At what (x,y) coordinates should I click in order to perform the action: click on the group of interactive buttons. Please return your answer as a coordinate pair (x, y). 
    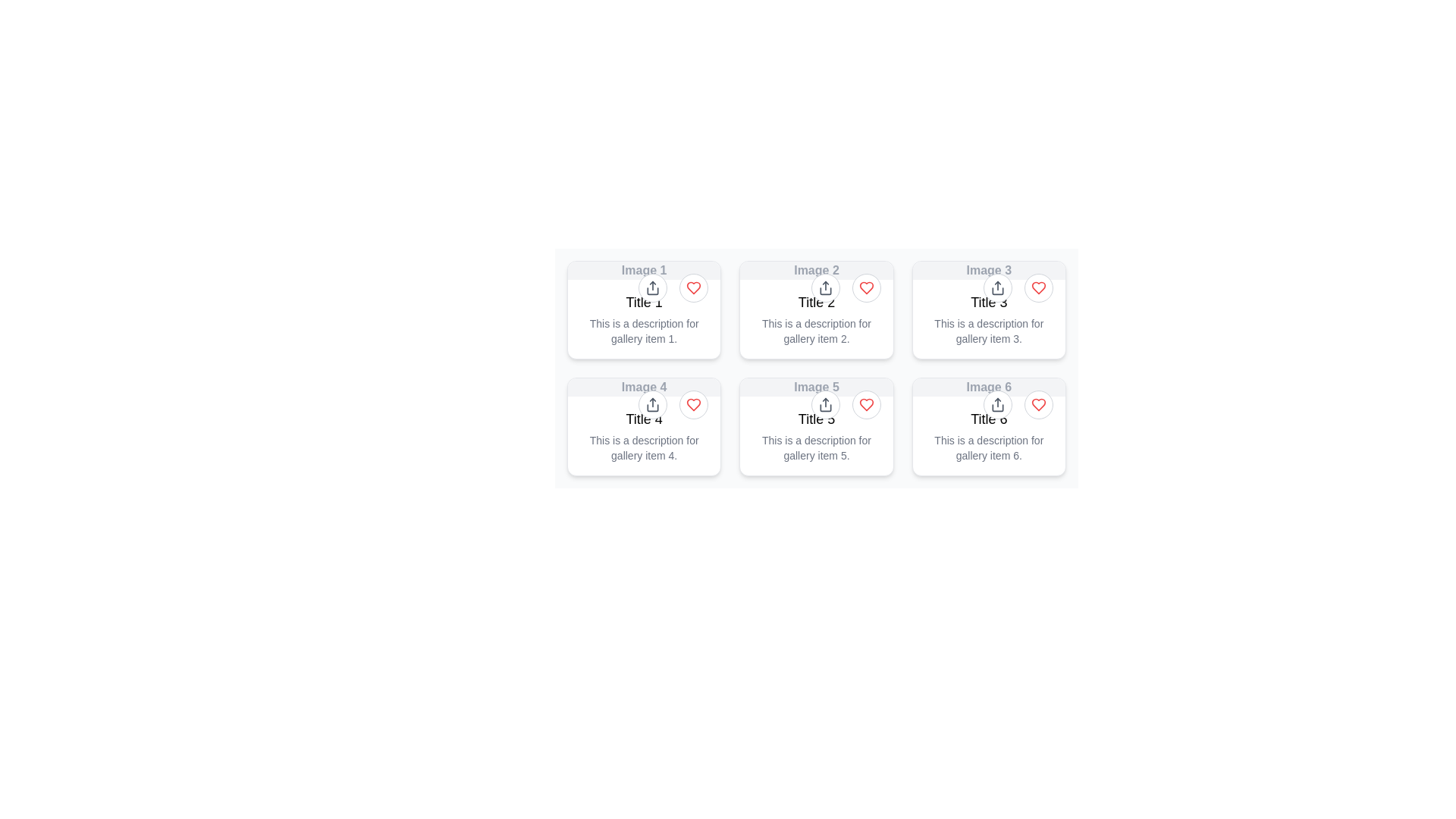
    Looking at the image, I should click on (673, 288).